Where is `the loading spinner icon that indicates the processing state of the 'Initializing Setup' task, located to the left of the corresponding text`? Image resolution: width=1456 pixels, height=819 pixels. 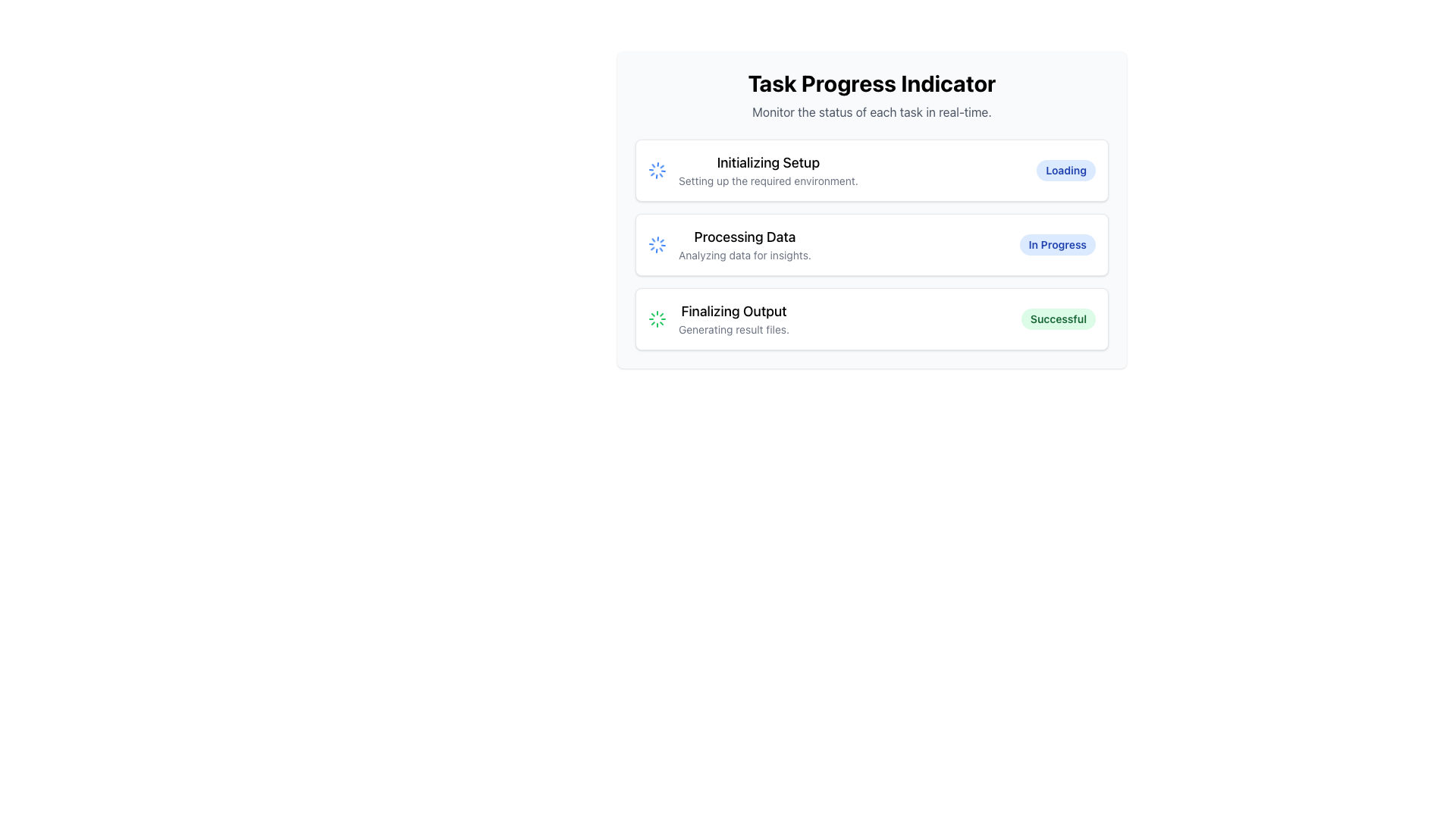
the loading spinner icon that indicates the processing state of the 'Initializing Setup' task, located to the left of the corresponding text is located at coordinates (657, 170).